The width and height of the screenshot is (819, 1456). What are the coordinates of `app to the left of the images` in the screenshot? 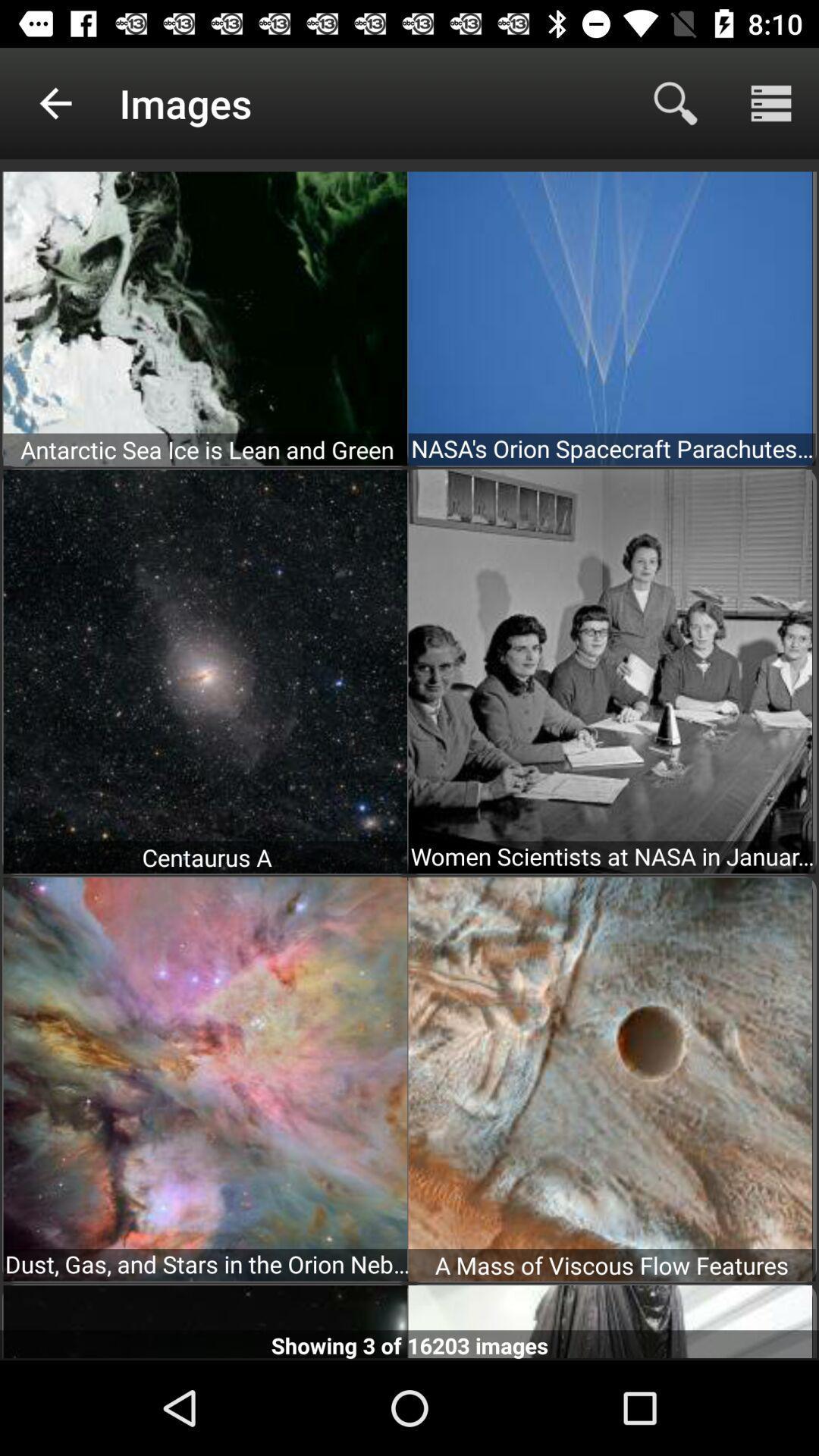 It's located at (55, 102).